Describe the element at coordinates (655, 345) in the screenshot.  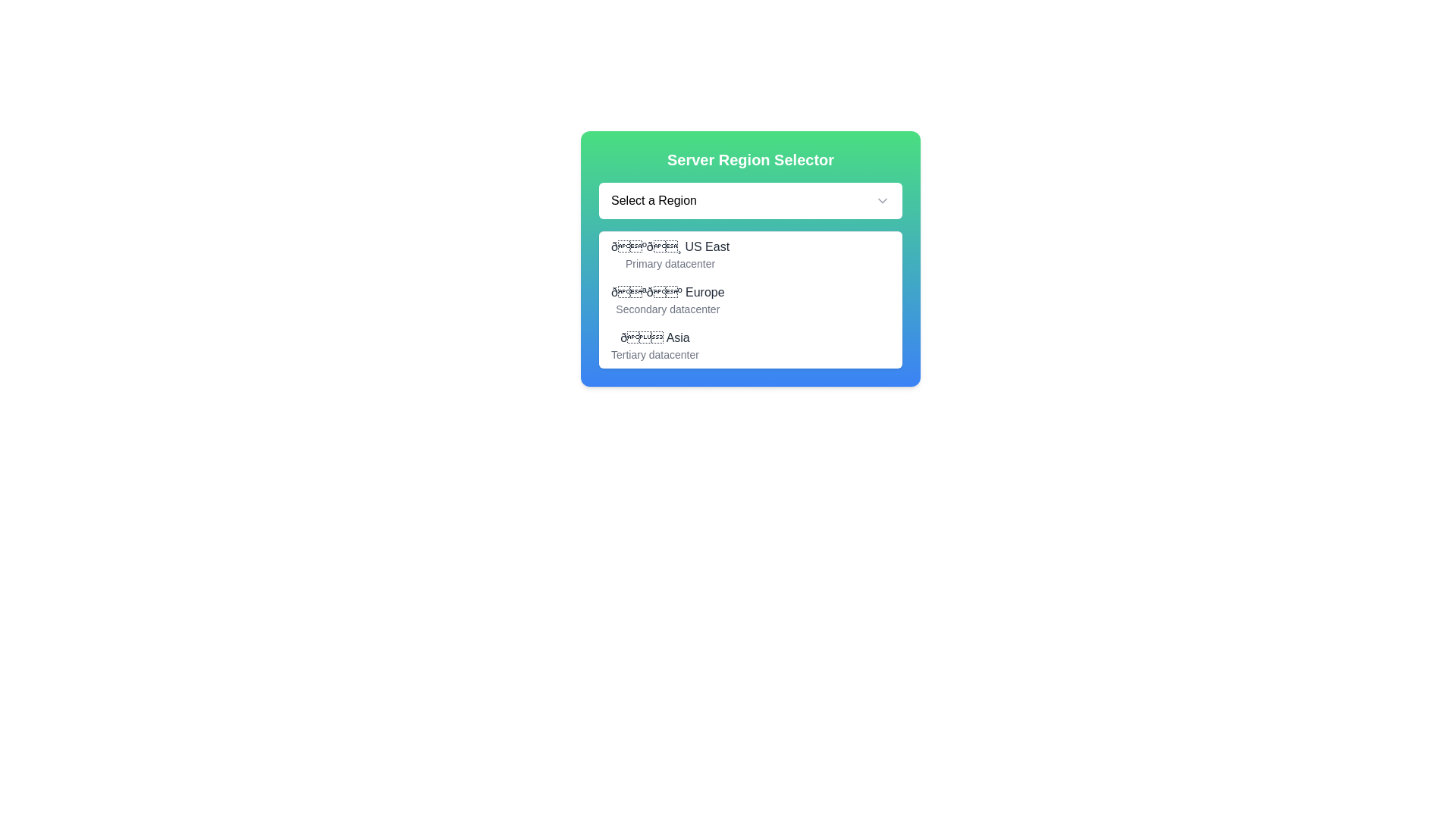
I see `the dropdown list item displaying '🌏 Asia' with the description 'Tertiary datacenter', which is the third option in the dropdown menu located beneath 'US East' and 'Europe'` at that location.